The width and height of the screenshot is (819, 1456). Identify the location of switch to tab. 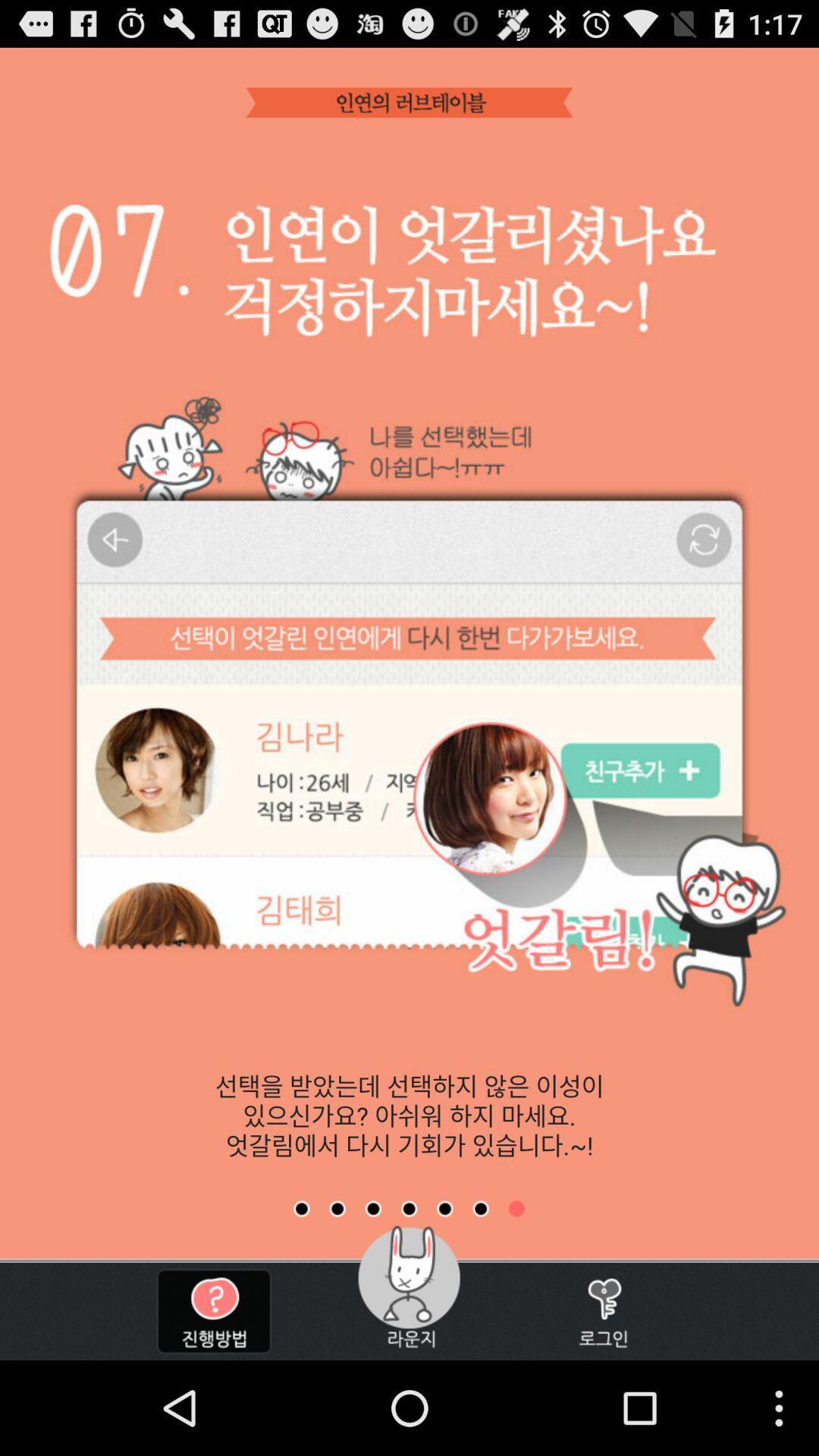
(408, 1208).